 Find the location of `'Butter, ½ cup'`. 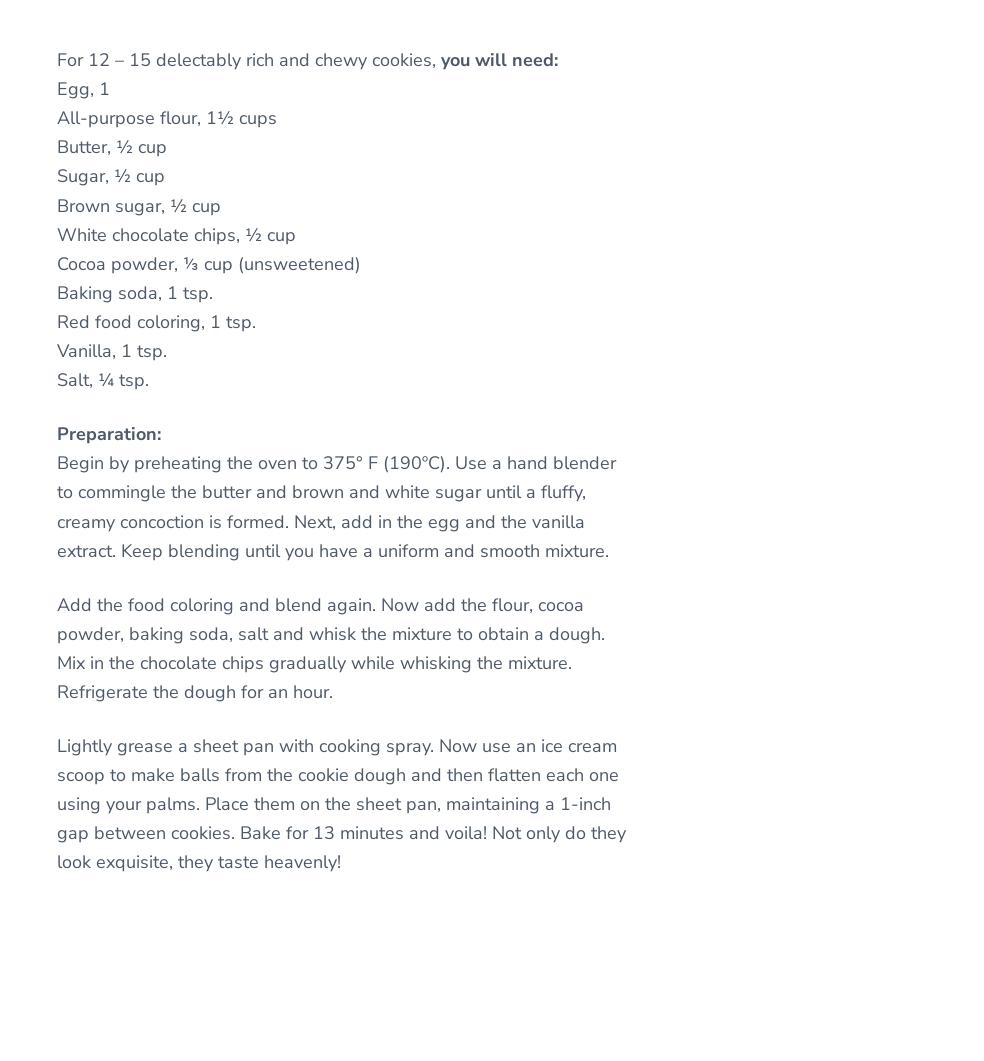

'Butter, ½ cup' is located at coordinates (110, 146).